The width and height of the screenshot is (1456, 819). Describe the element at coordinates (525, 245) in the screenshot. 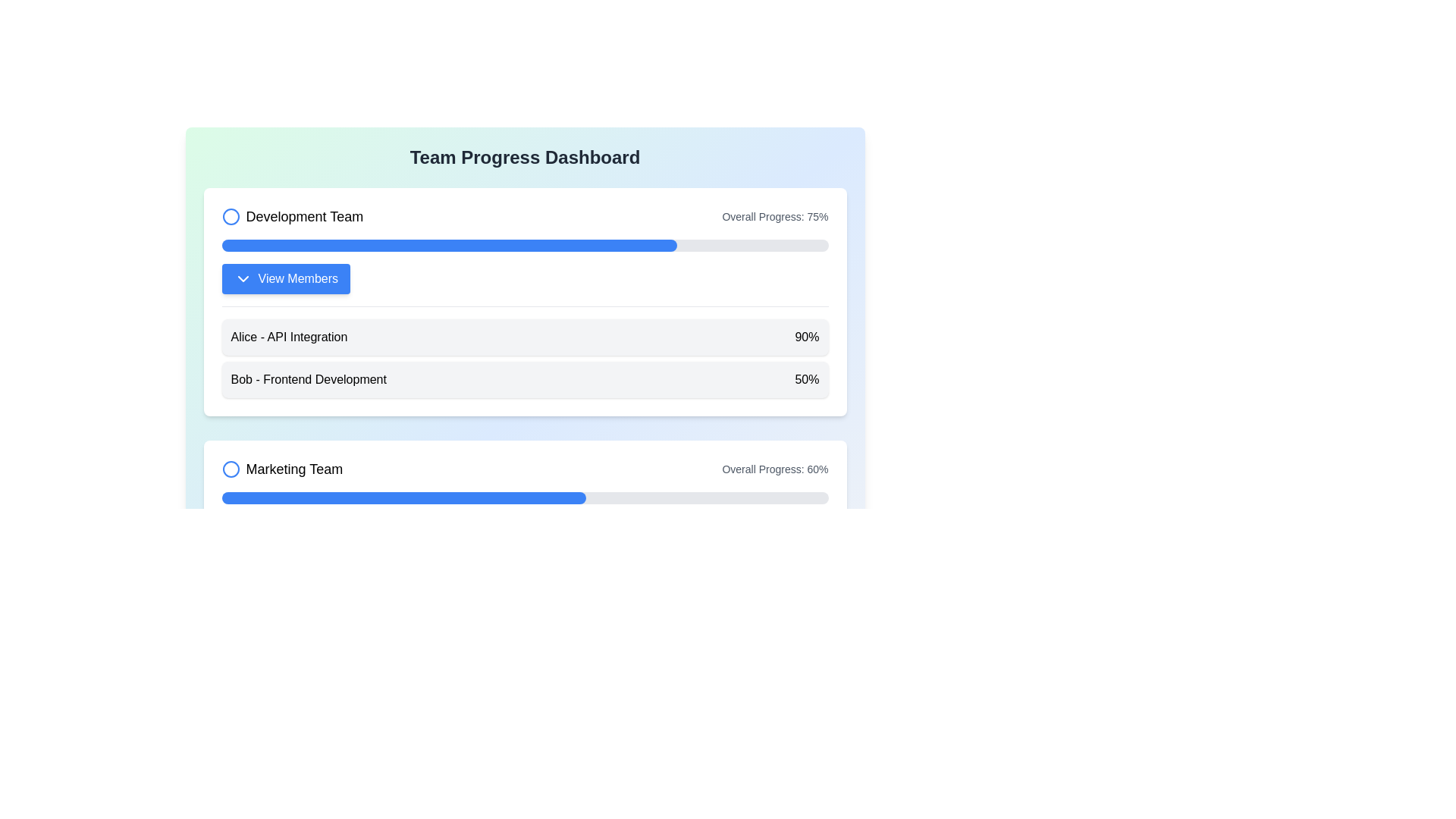

I see `the visual representation of the progress on the progress bar located below the 'Development Team' section header, which indicates 75% completion` at that location.